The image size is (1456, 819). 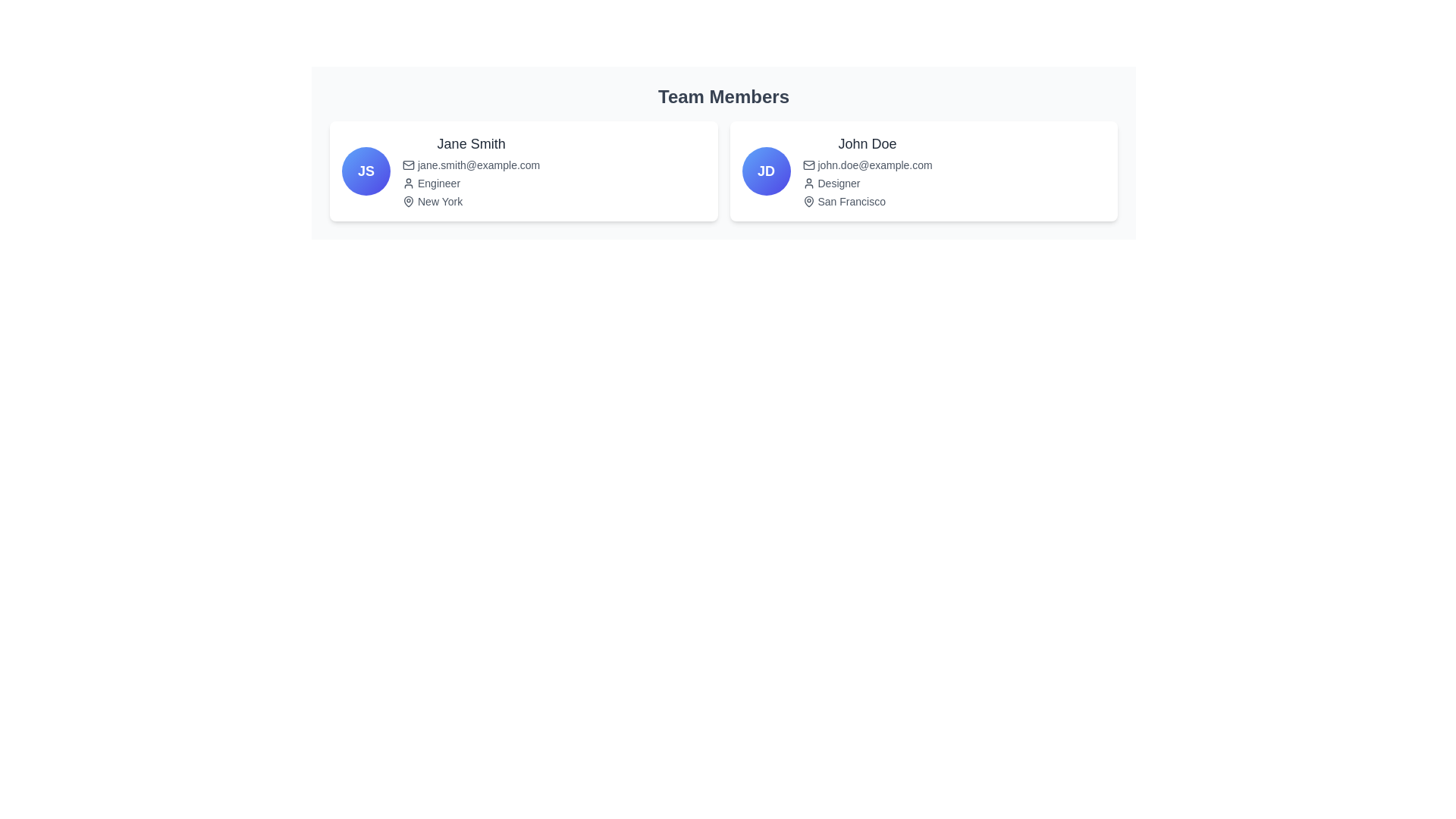 I want to click on the text label 'San Francisco' with the pin icon, which is located below the text 'Designer' in the card of 'John Doe', so click(x=868, y=201).